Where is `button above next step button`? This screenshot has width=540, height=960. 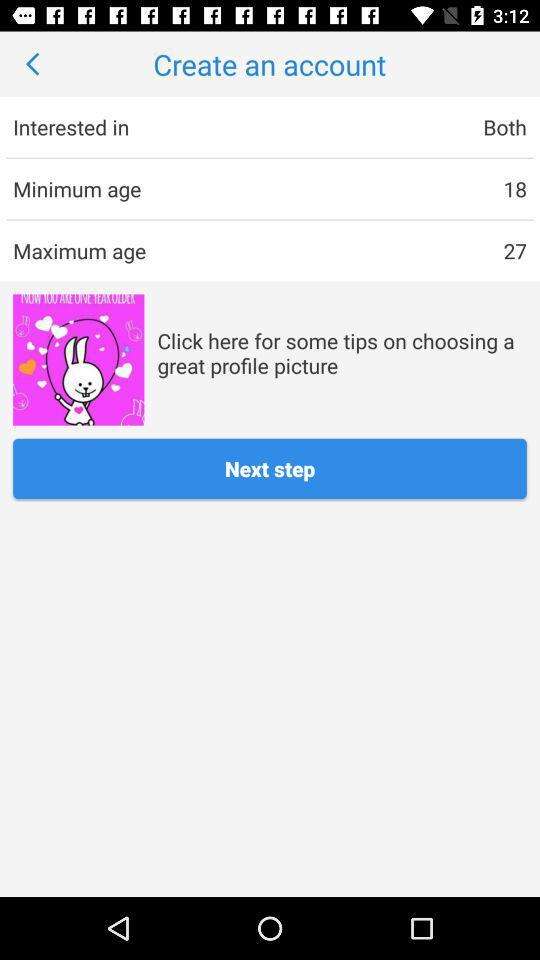 button above next step button is located at coordinates (77, 360).